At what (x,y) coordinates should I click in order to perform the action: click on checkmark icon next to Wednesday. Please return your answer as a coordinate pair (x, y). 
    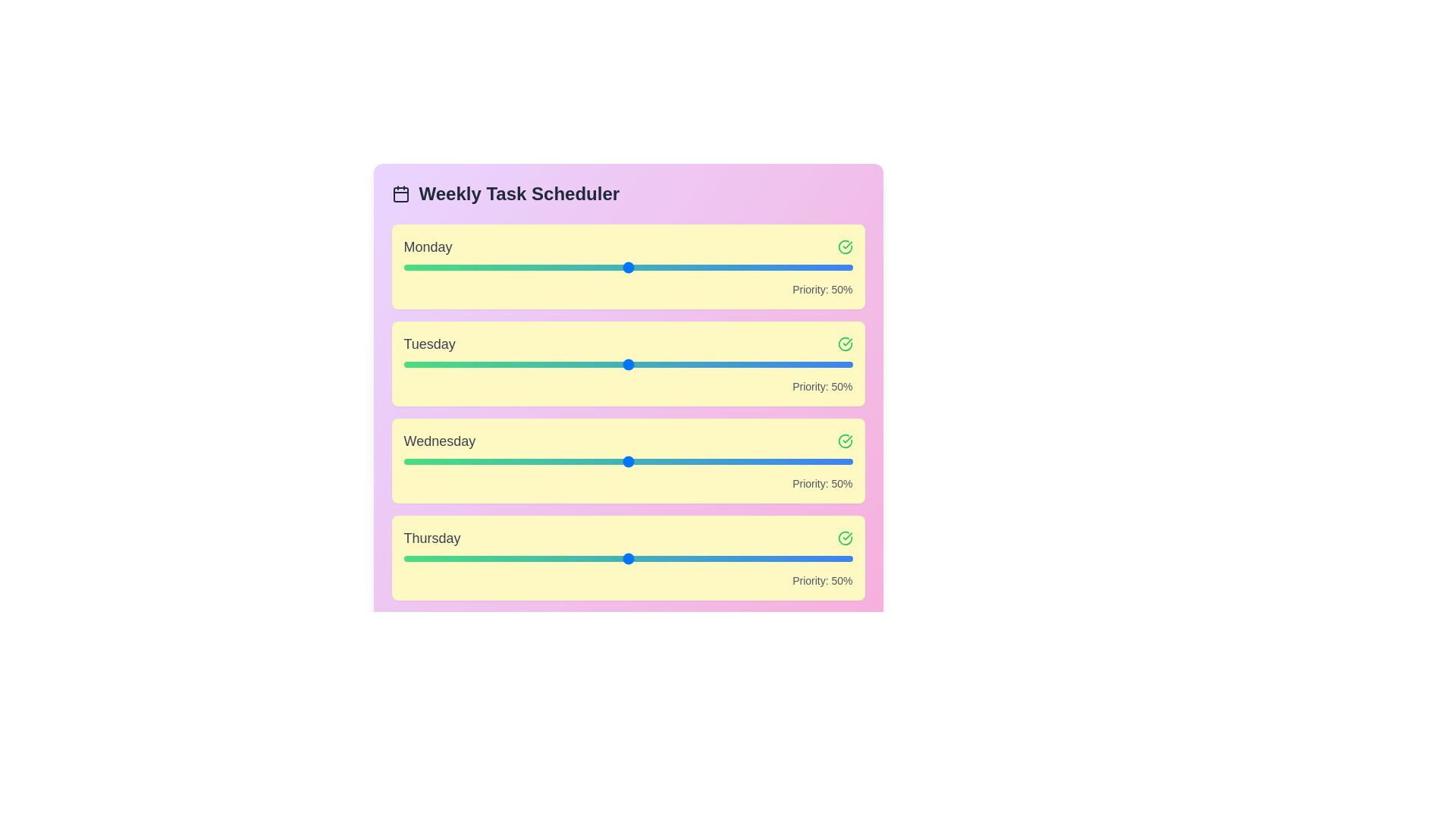
    Looking at the image, I should click on (844, 441).